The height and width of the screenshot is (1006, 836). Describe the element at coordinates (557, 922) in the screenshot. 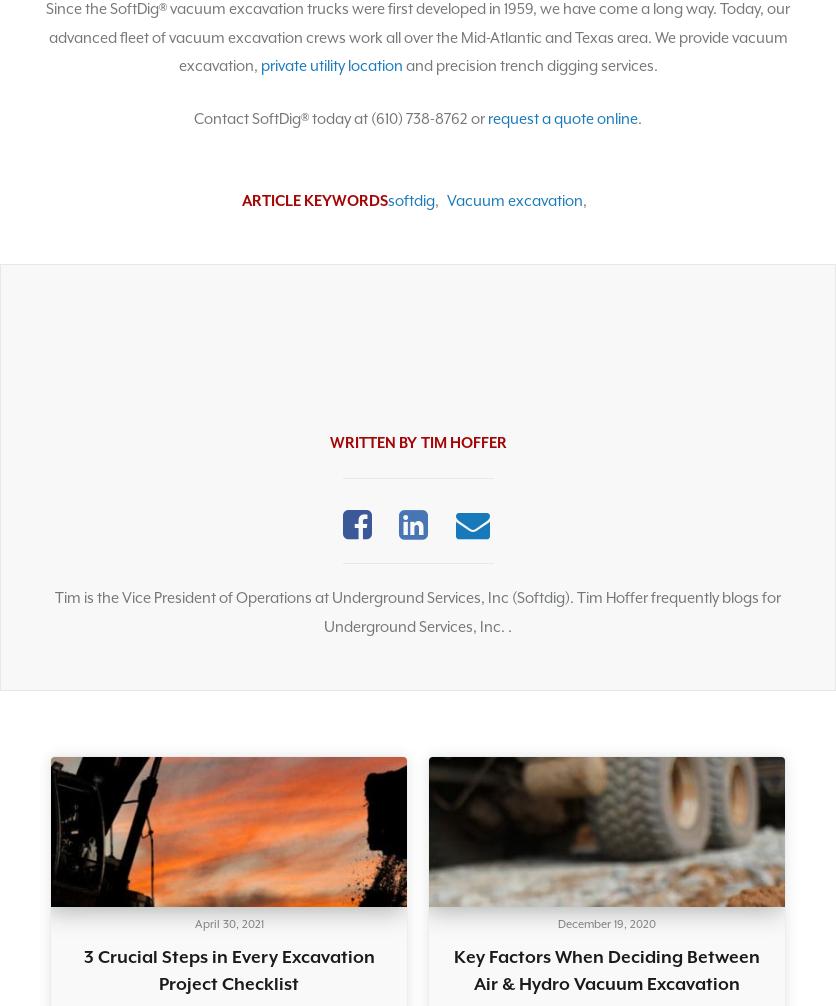

I see `'December 19, 2020'` at that location.